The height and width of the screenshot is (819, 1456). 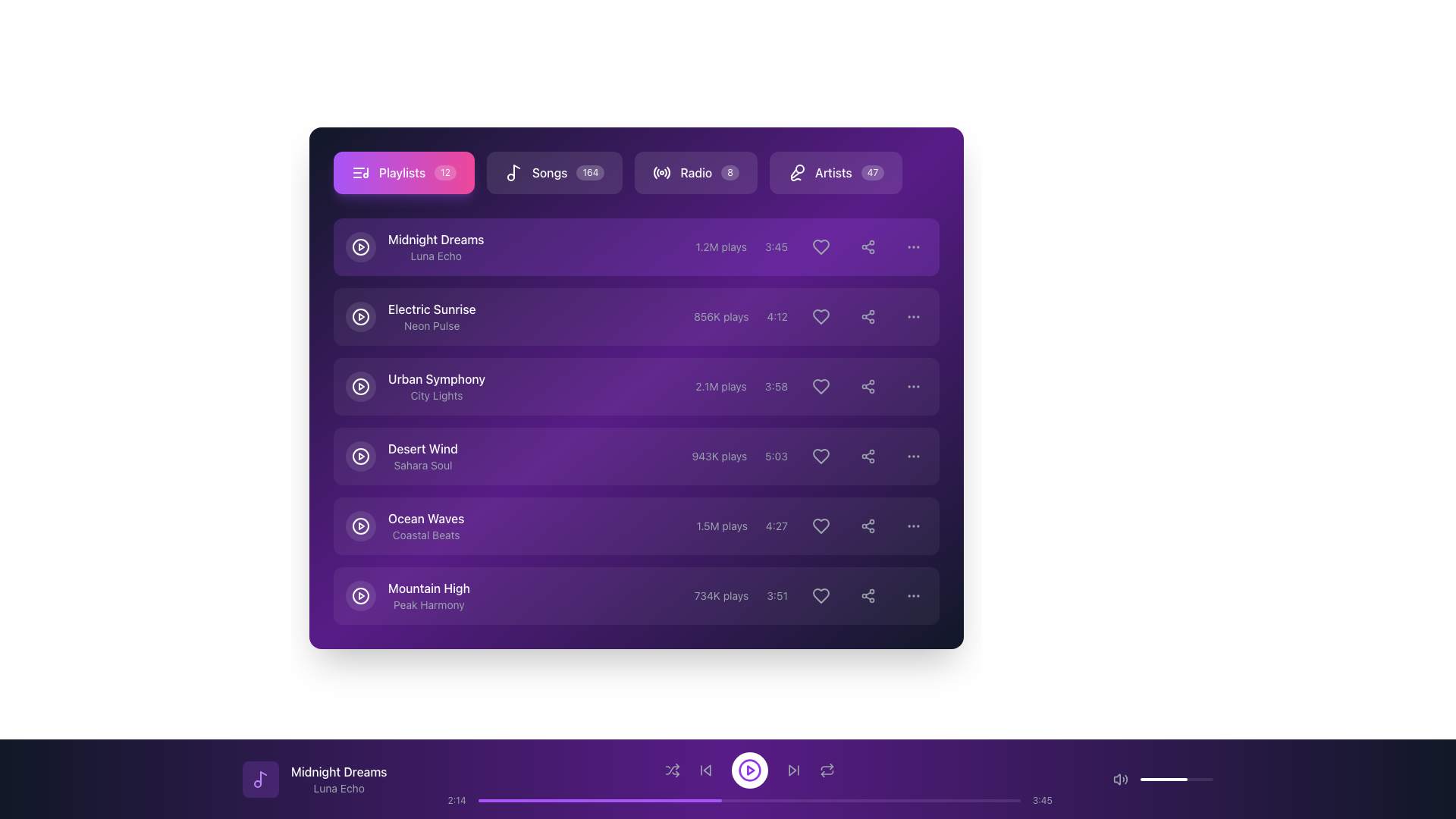 I want to click on the heart icon located at the rightmost area of the 'Desert Wind' song entry in the playlist interface to mark or unmark it as a favorite, so click(x=821, y=455).